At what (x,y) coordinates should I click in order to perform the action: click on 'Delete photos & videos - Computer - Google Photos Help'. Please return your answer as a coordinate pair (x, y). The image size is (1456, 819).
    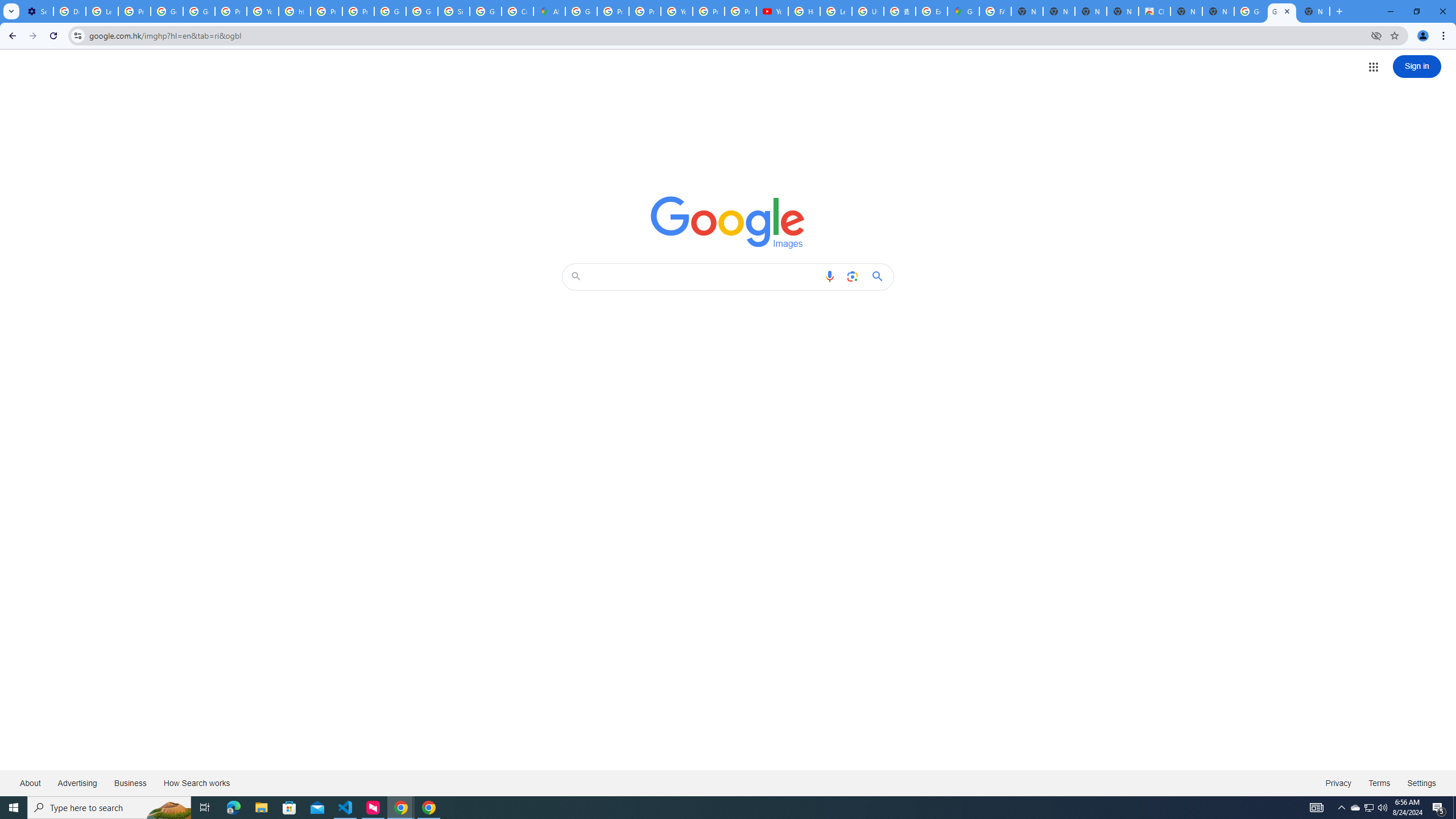
    Looking at the image, I should click on (69, 11).